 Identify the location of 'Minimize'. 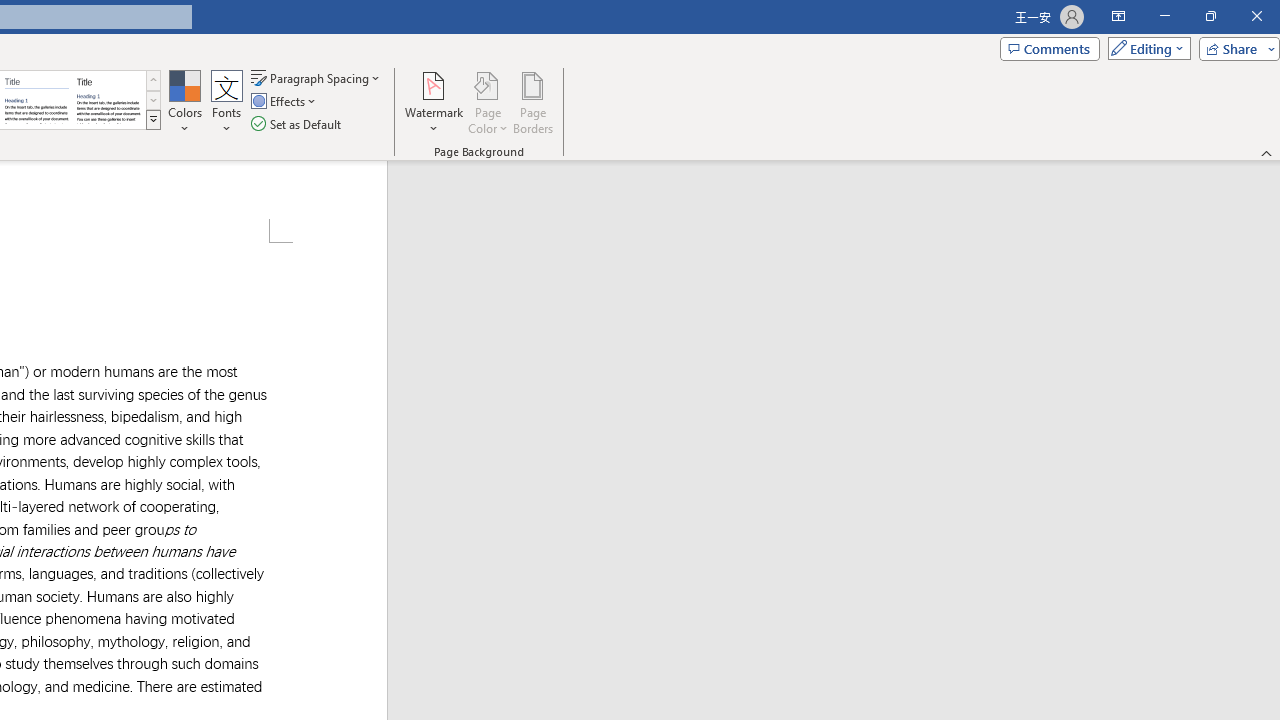
(1164, 16).